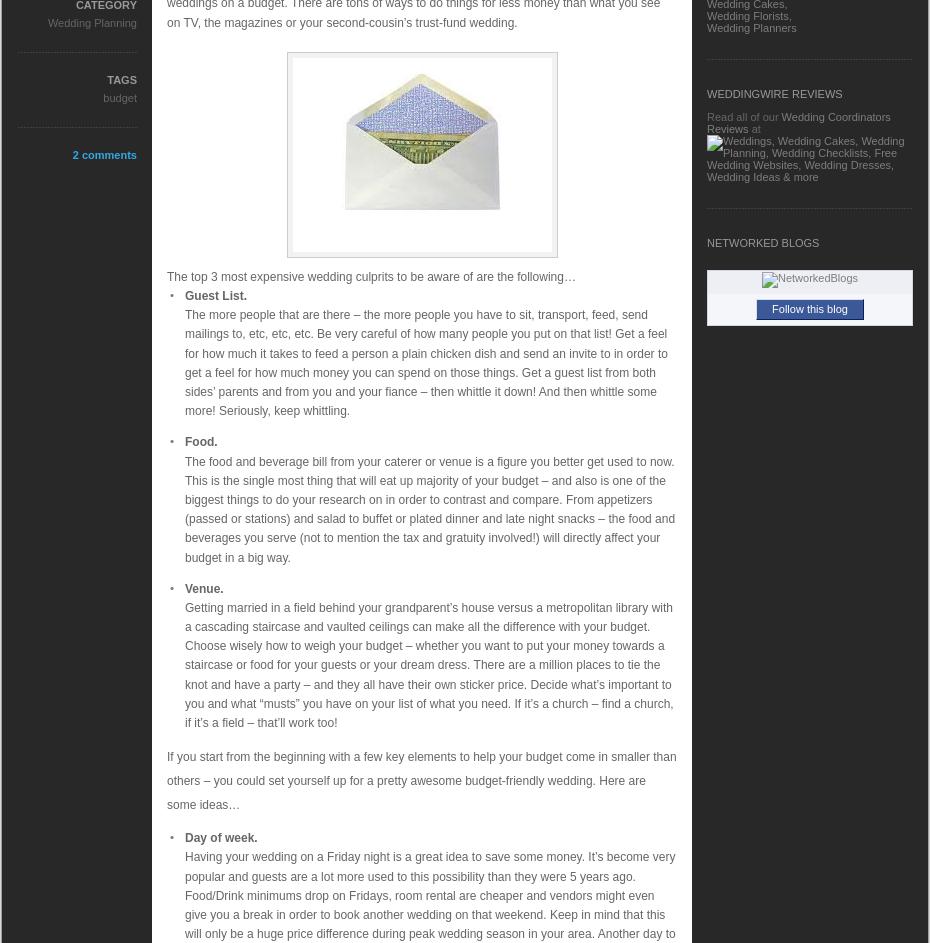 The height and width of the screenshot is (943, 930). I want to click on 'The more people that are there – the more people you have to sit, transport, feed, send mailings to, etc, etc, etc. Be very careful of how many people you put on that list! Get a feel for how much it takes to feed a person a plain chicken dish and send an invite to in order to get a feel for how much money you can spend on those things. Get a guest list from both sides’ parents and from you and your fiance – then whittle it down! And then whittle some more! Seriously, keep whittling.', so click(426, 362).